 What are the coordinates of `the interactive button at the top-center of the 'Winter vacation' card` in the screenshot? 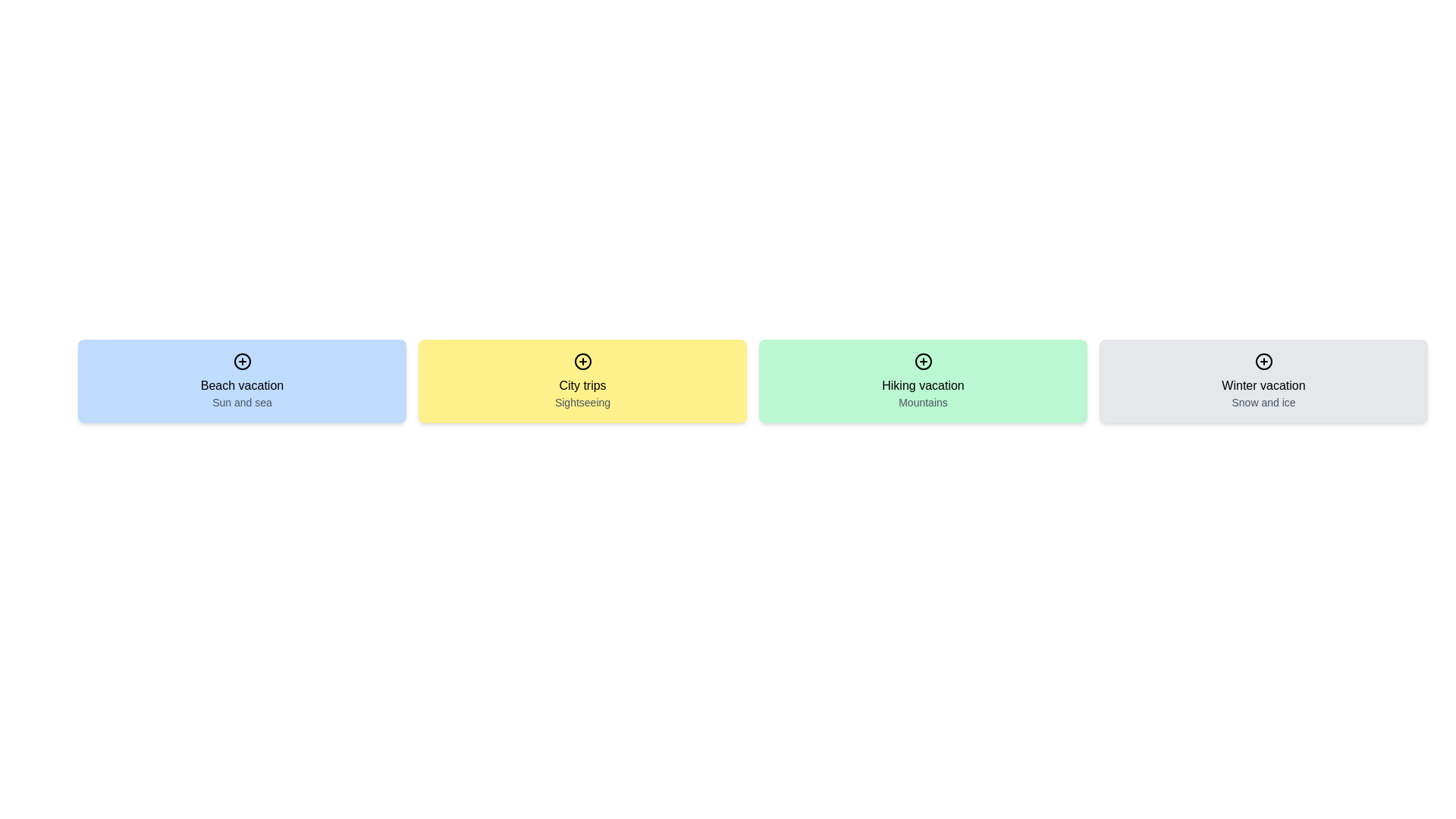 It's located at (1263, 362).